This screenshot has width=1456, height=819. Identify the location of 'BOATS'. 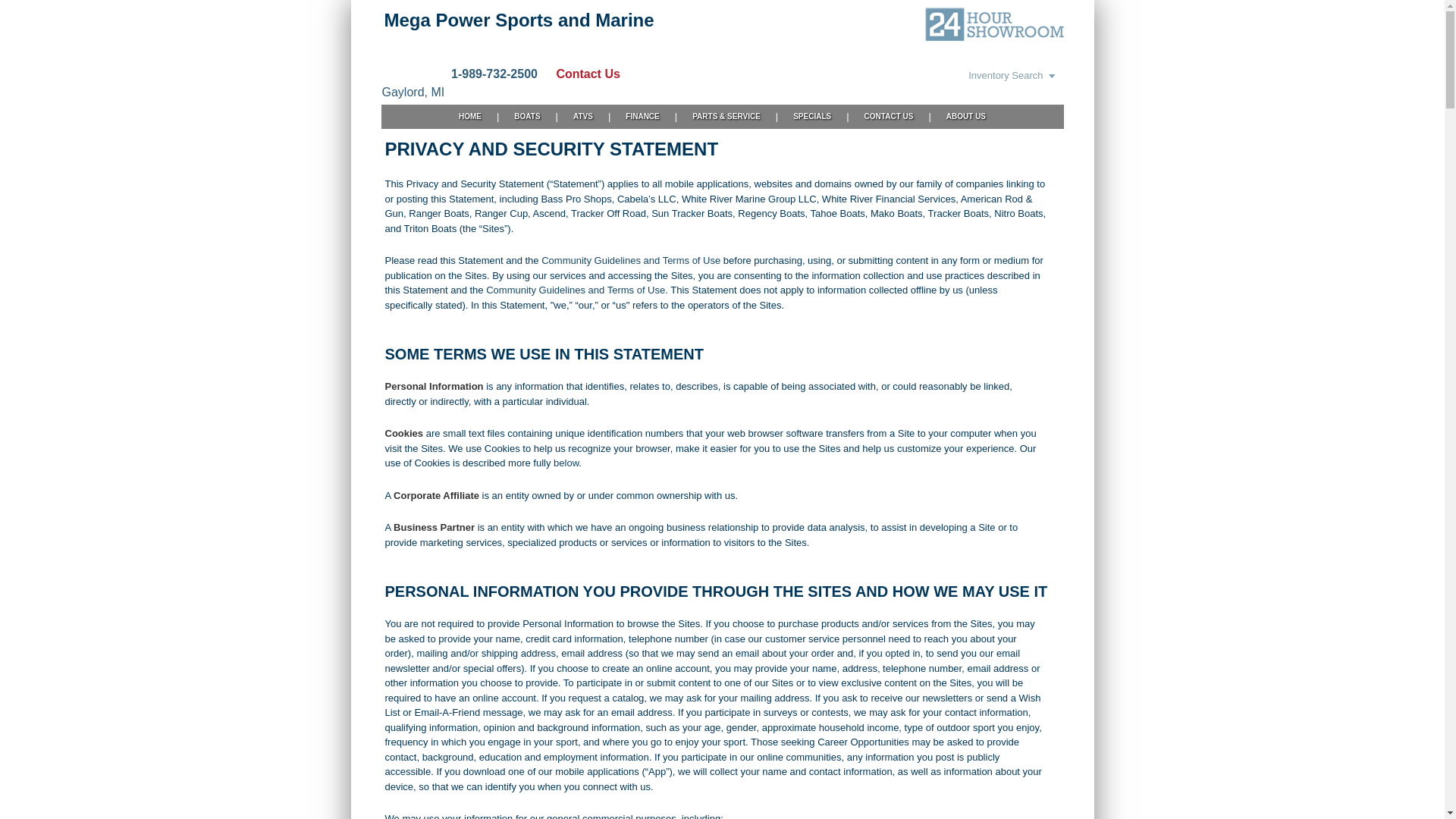
(498, 116).